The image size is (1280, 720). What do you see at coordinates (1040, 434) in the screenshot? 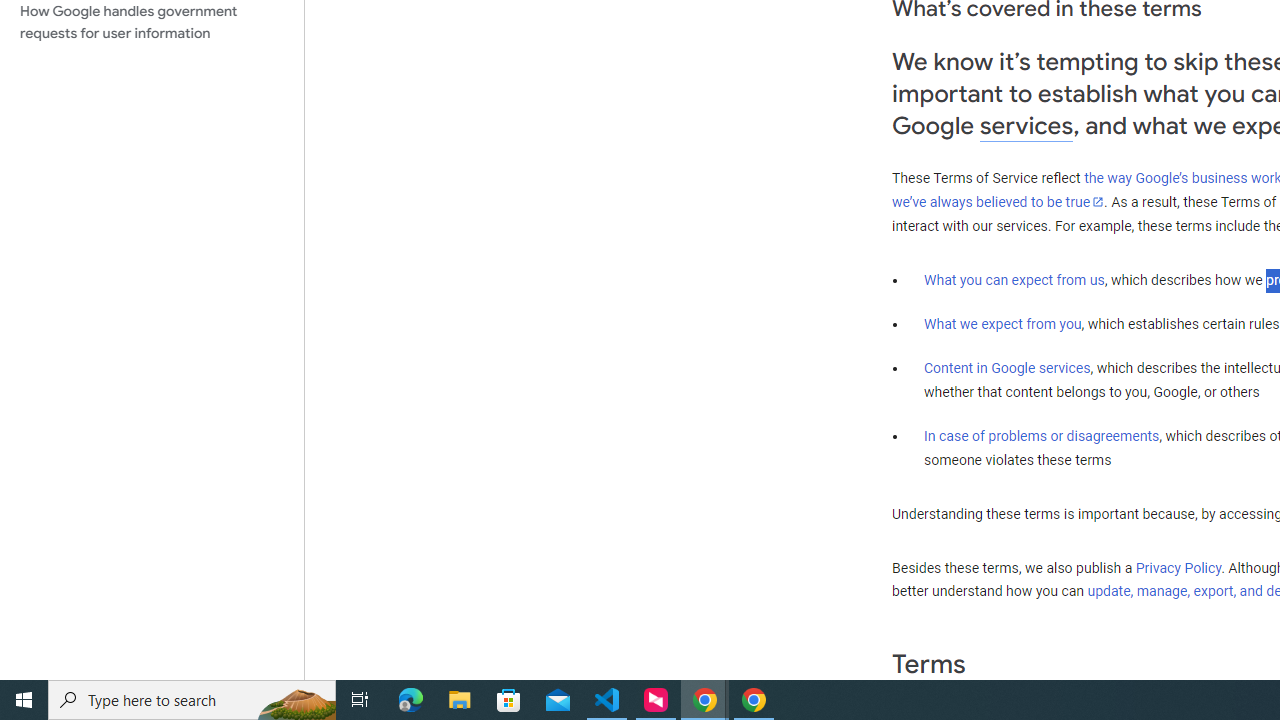
I see `'In case of problems or disagreements'` at bounding box center [1040, 434].